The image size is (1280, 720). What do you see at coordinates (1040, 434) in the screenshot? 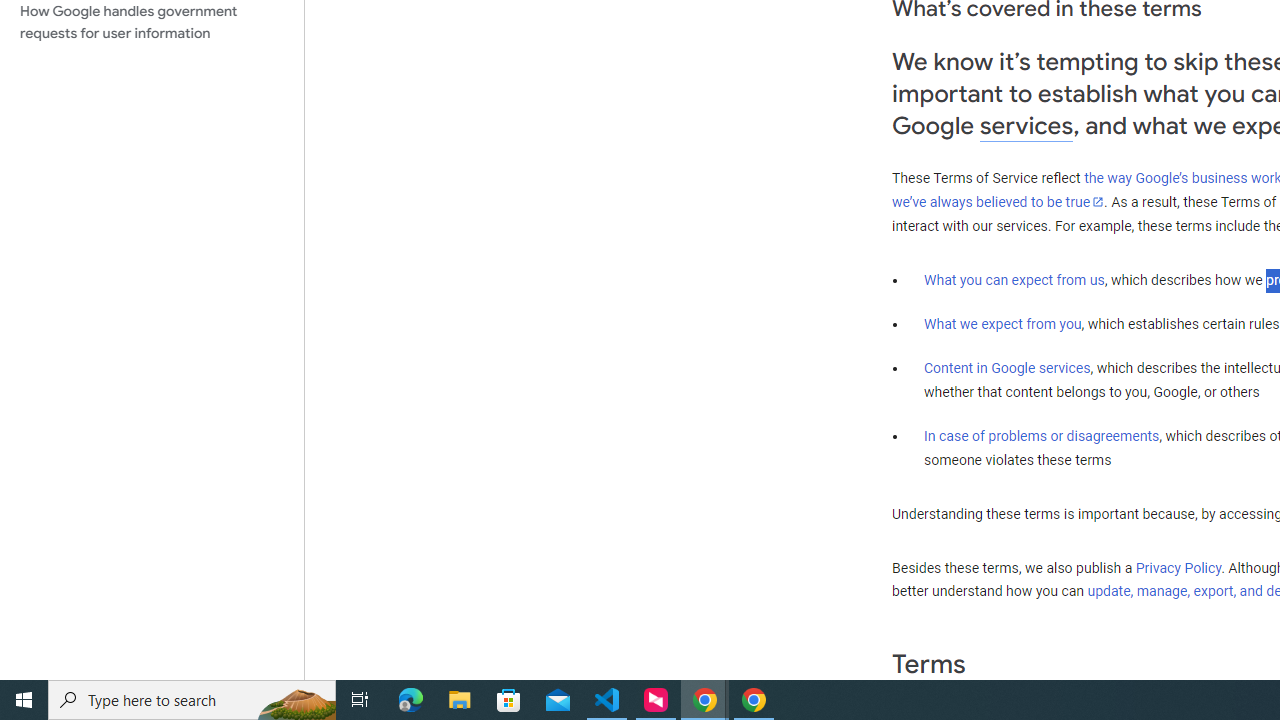
I see `'In case of problems or disagreements'` at bounding box center [1040, 434].